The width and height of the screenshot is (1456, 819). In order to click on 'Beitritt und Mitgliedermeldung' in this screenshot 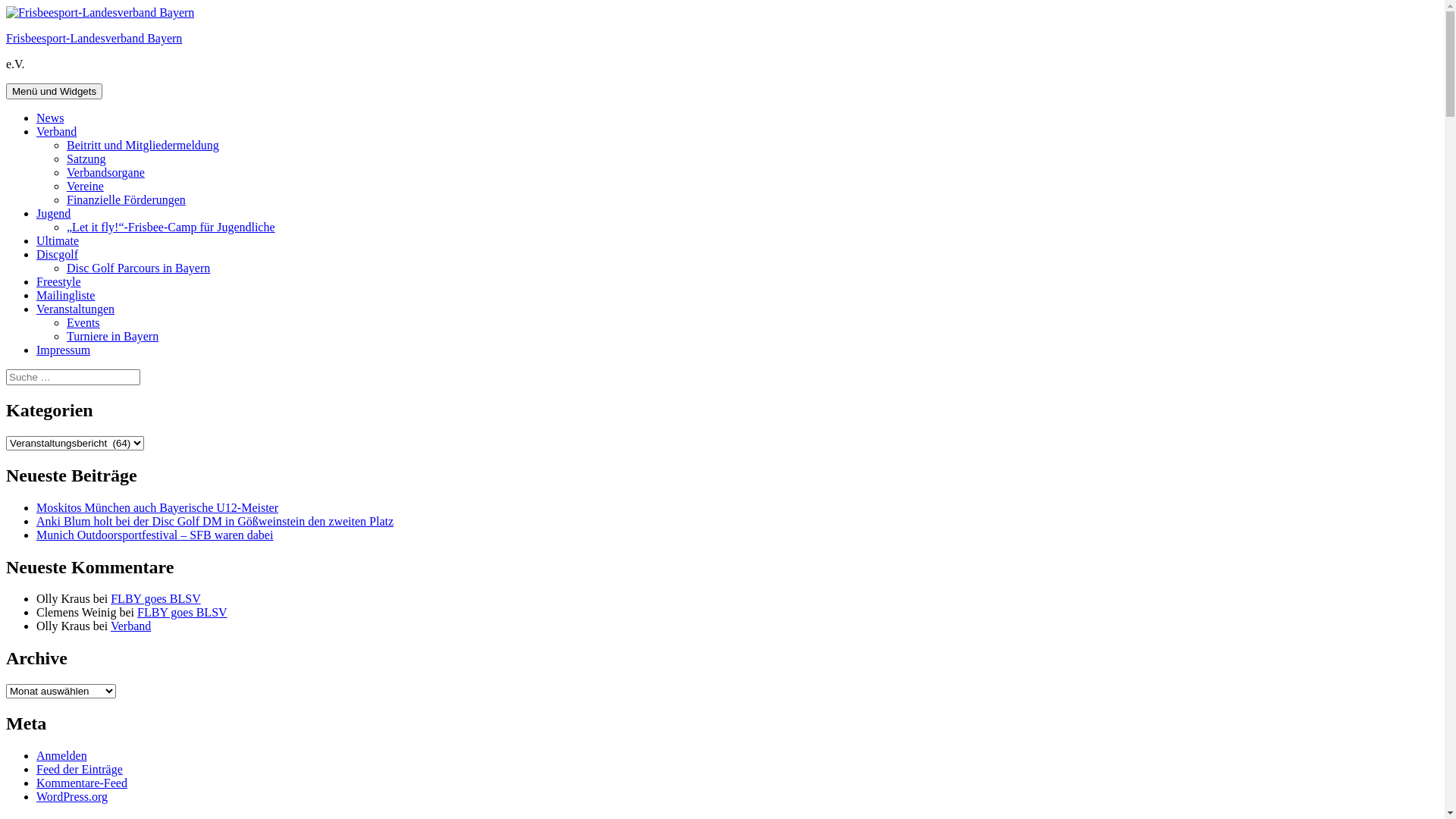, I will do `click(143, 145)`.